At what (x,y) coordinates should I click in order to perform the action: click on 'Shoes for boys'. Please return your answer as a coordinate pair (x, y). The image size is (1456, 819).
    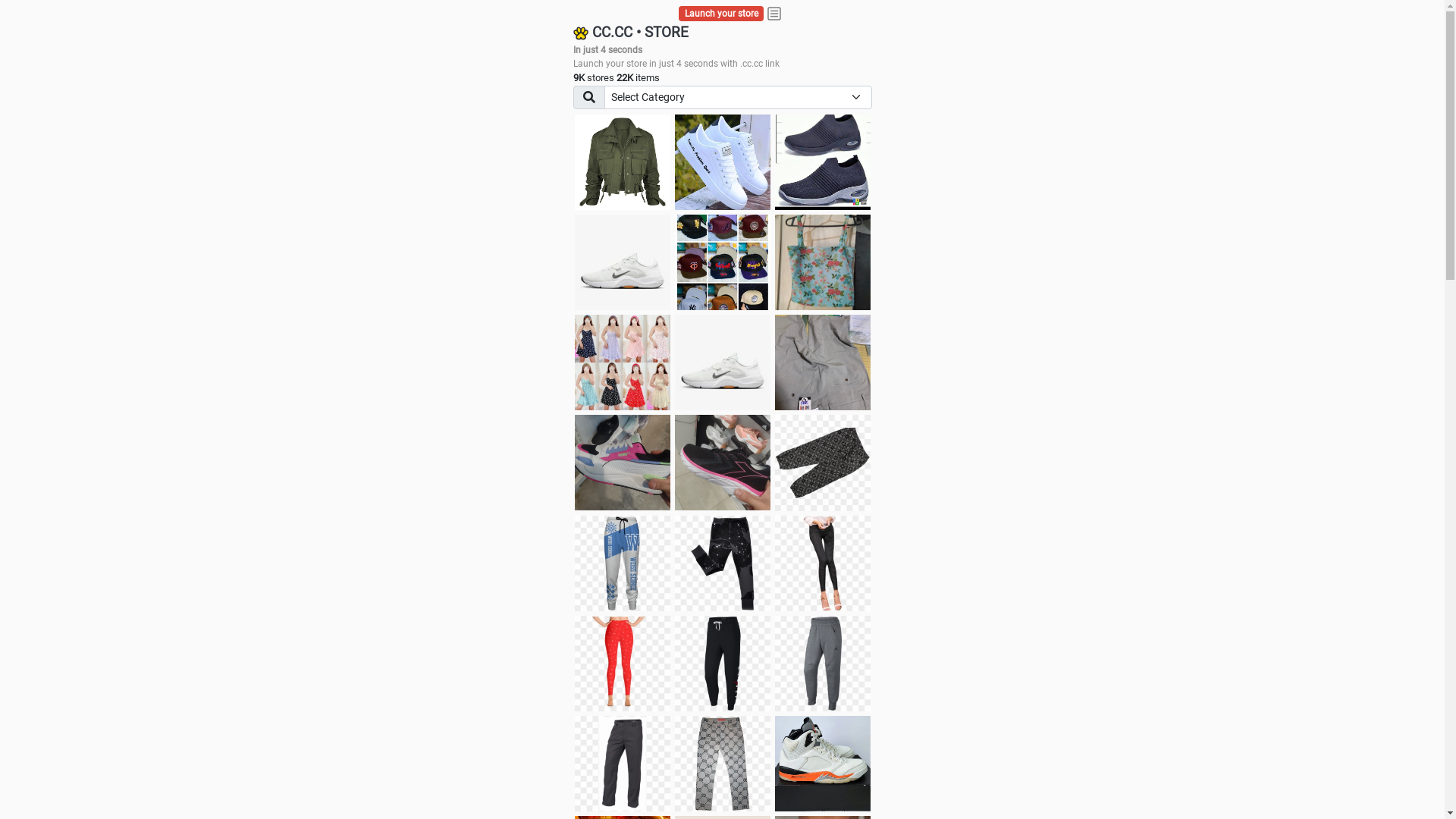
    Looking at the image, I should click on (574, 262).